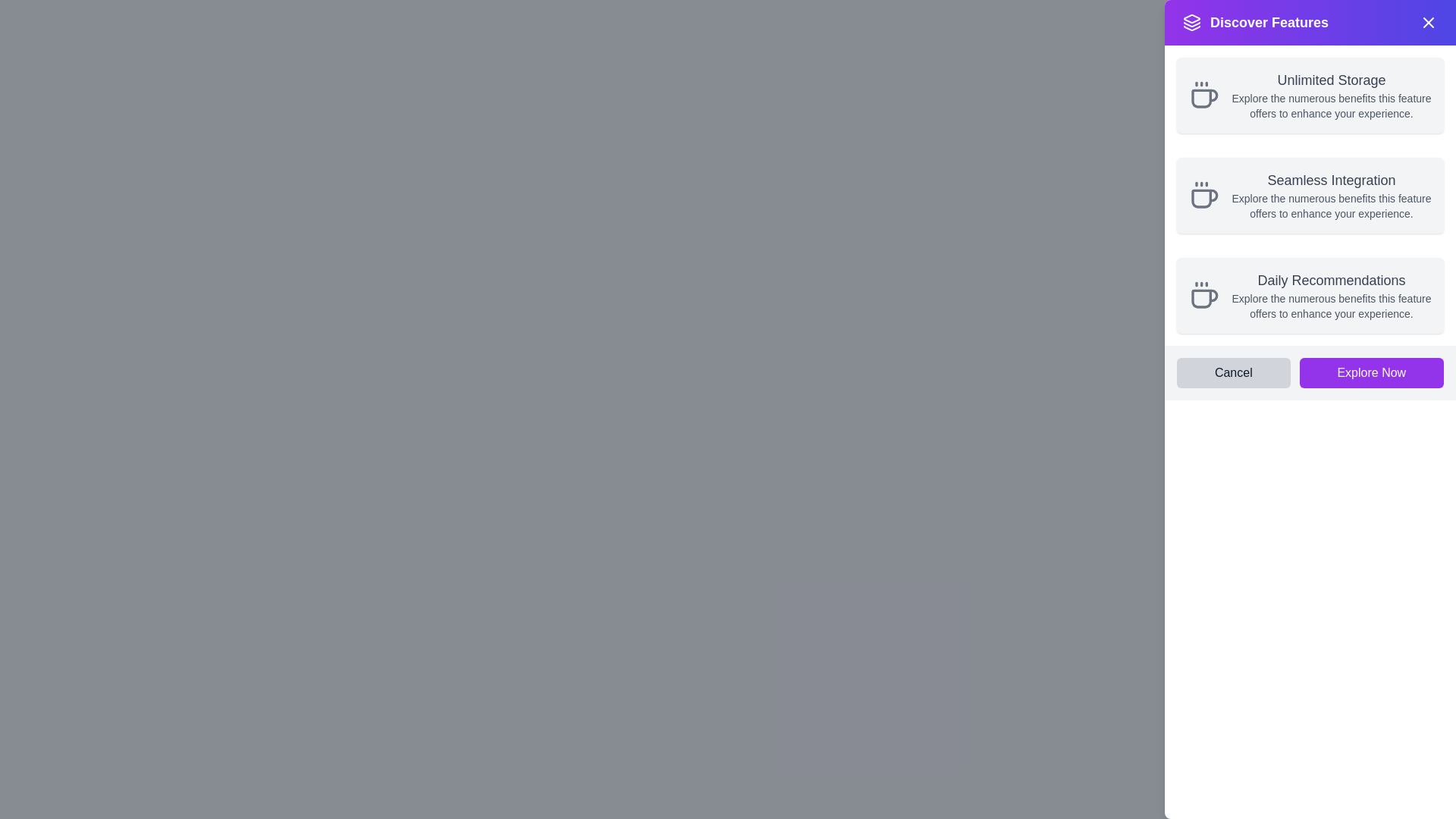  What do you see at coordinates (1427, 23) in the screenshot?
I see `the close button located at the rightmost end of the top purple header bar, adjacent to the header text 'Discover Features'` at bounding box center [1427, 23].